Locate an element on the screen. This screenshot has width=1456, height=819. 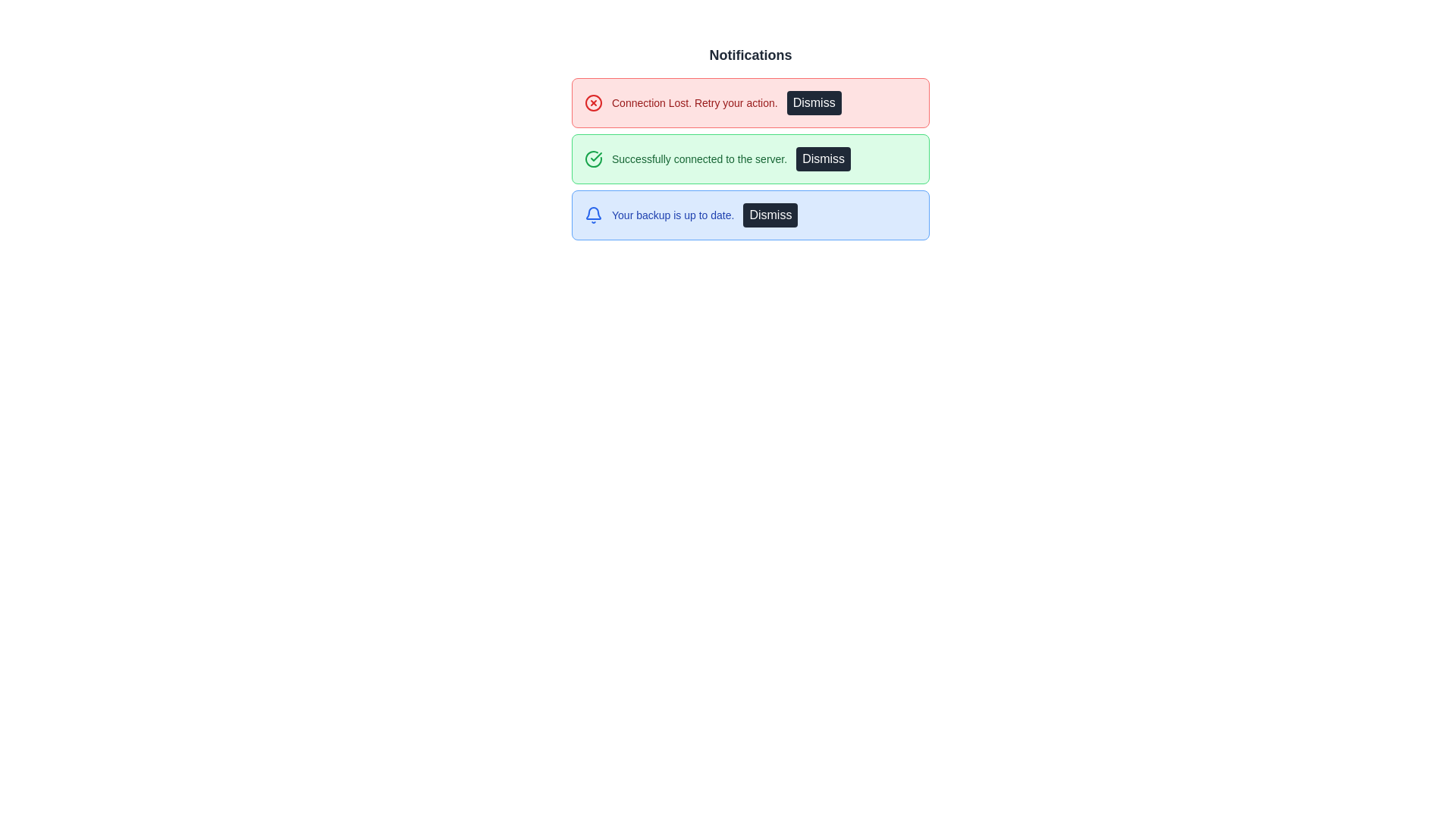
the status represented by the green circular icon with a checkmark located at the left side of the 'Successfully connected to the server' notification bar is located at coordinates (592, 158).